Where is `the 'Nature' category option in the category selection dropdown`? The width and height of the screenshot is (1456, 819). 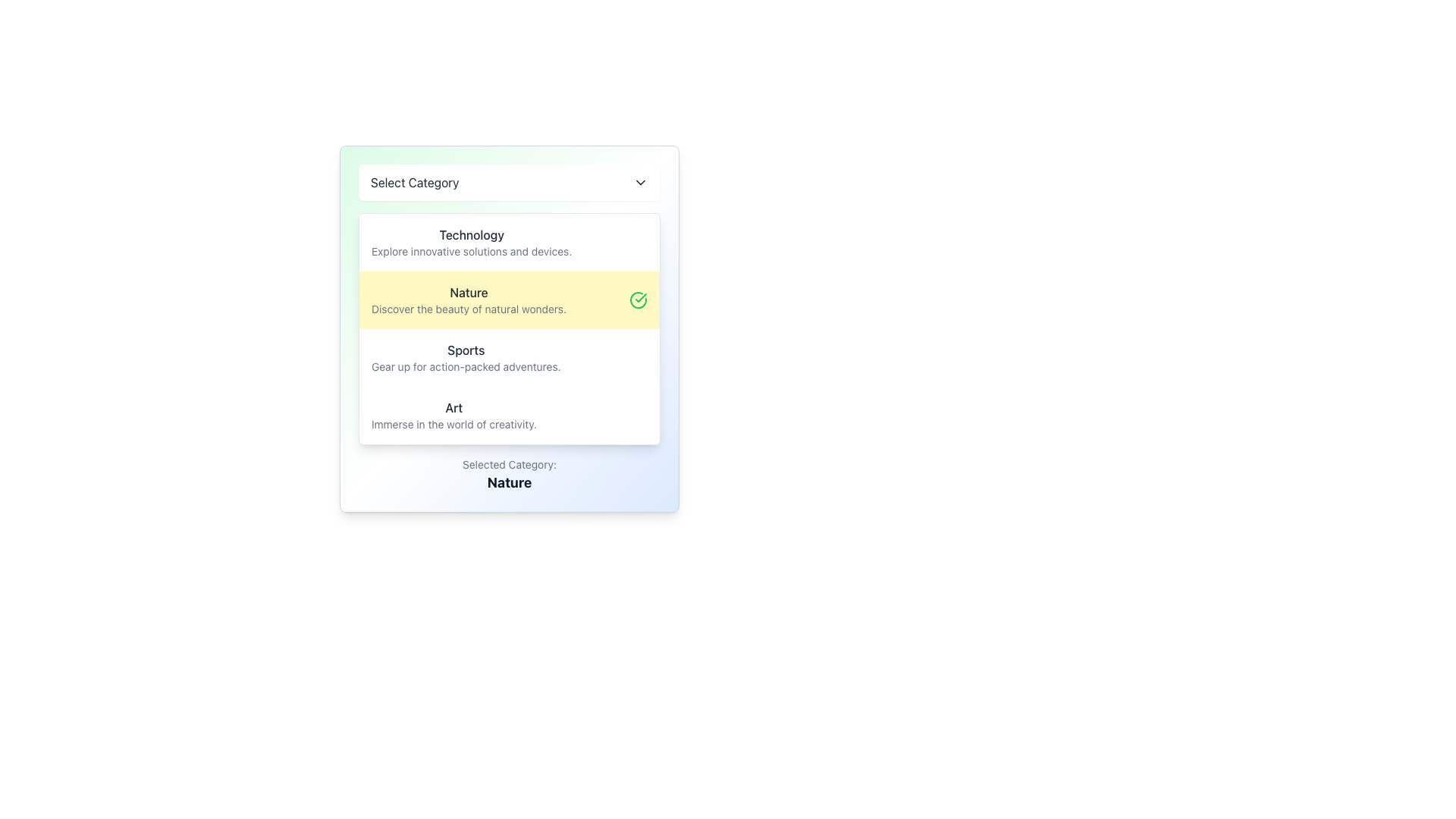 the 'Nature' category option in the category selection dropdown is located at coordinates (468, 300).